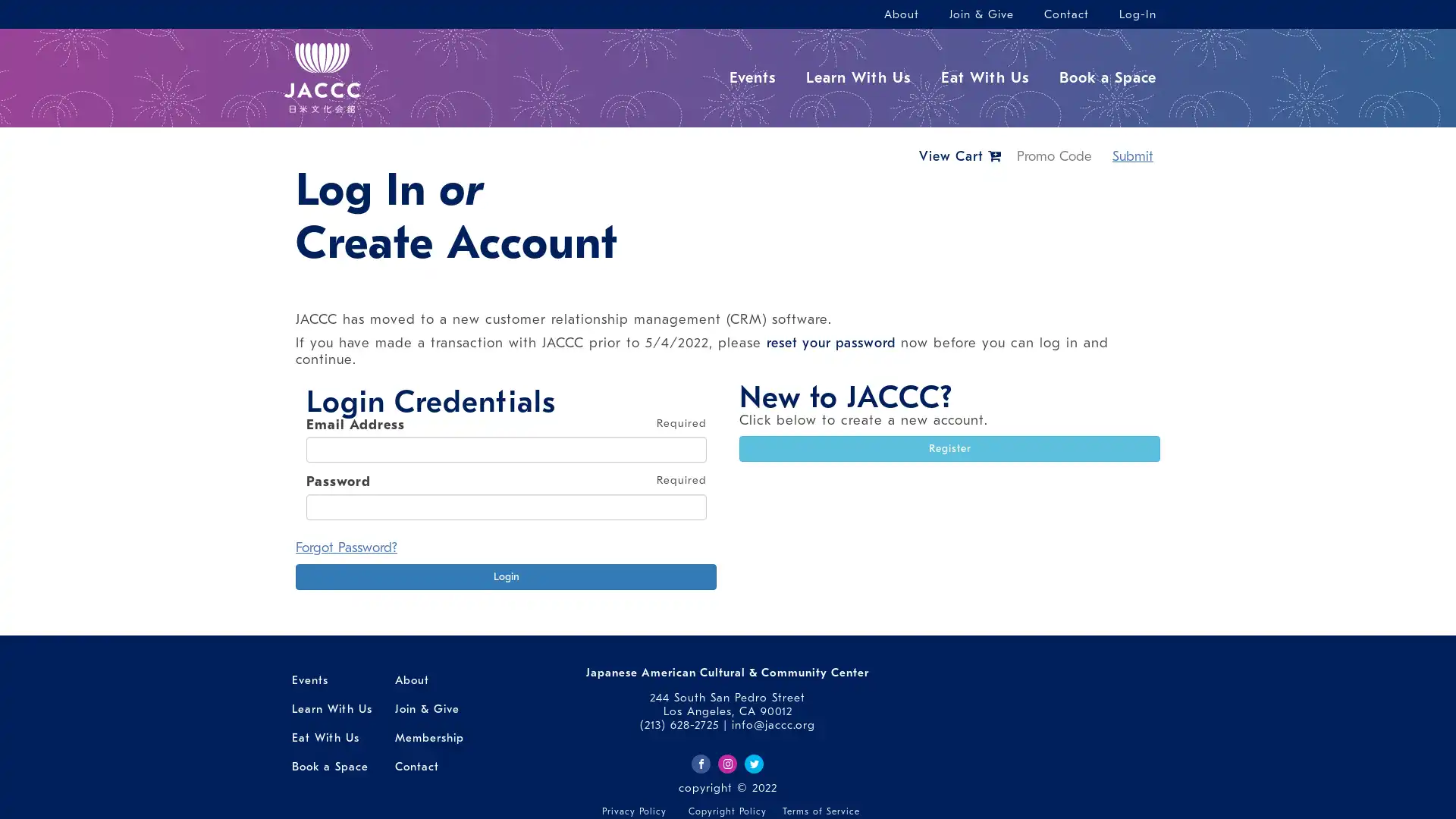 Image resolution: width=1456 pixels, height=819 pixels. Describe the element at coordinates (1132, 156) in the screenshot. I see `Submit` at that location.